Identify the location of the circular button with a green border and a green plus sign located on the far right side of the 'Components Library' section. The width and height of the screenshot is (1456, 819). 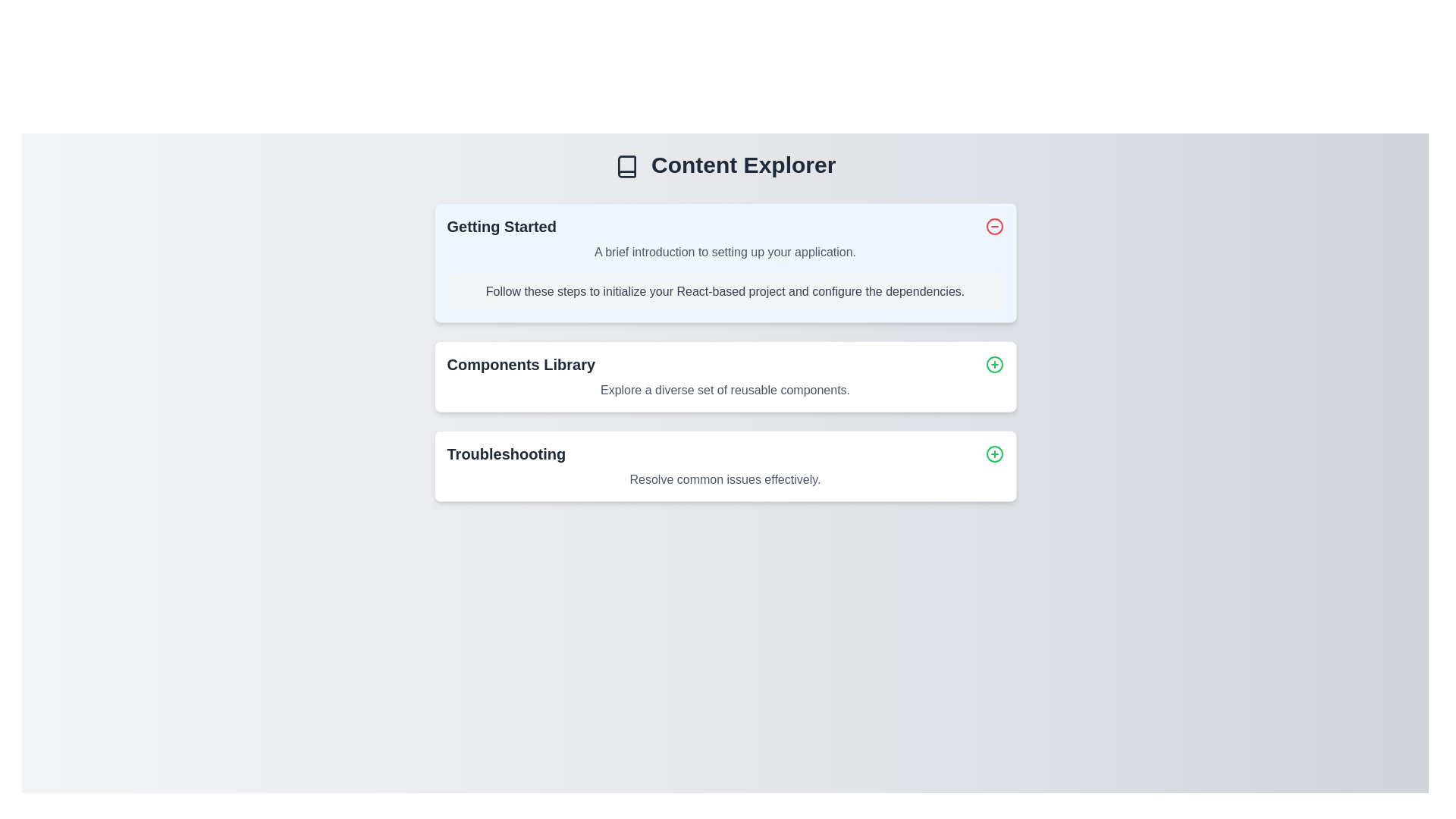
(994, 365).